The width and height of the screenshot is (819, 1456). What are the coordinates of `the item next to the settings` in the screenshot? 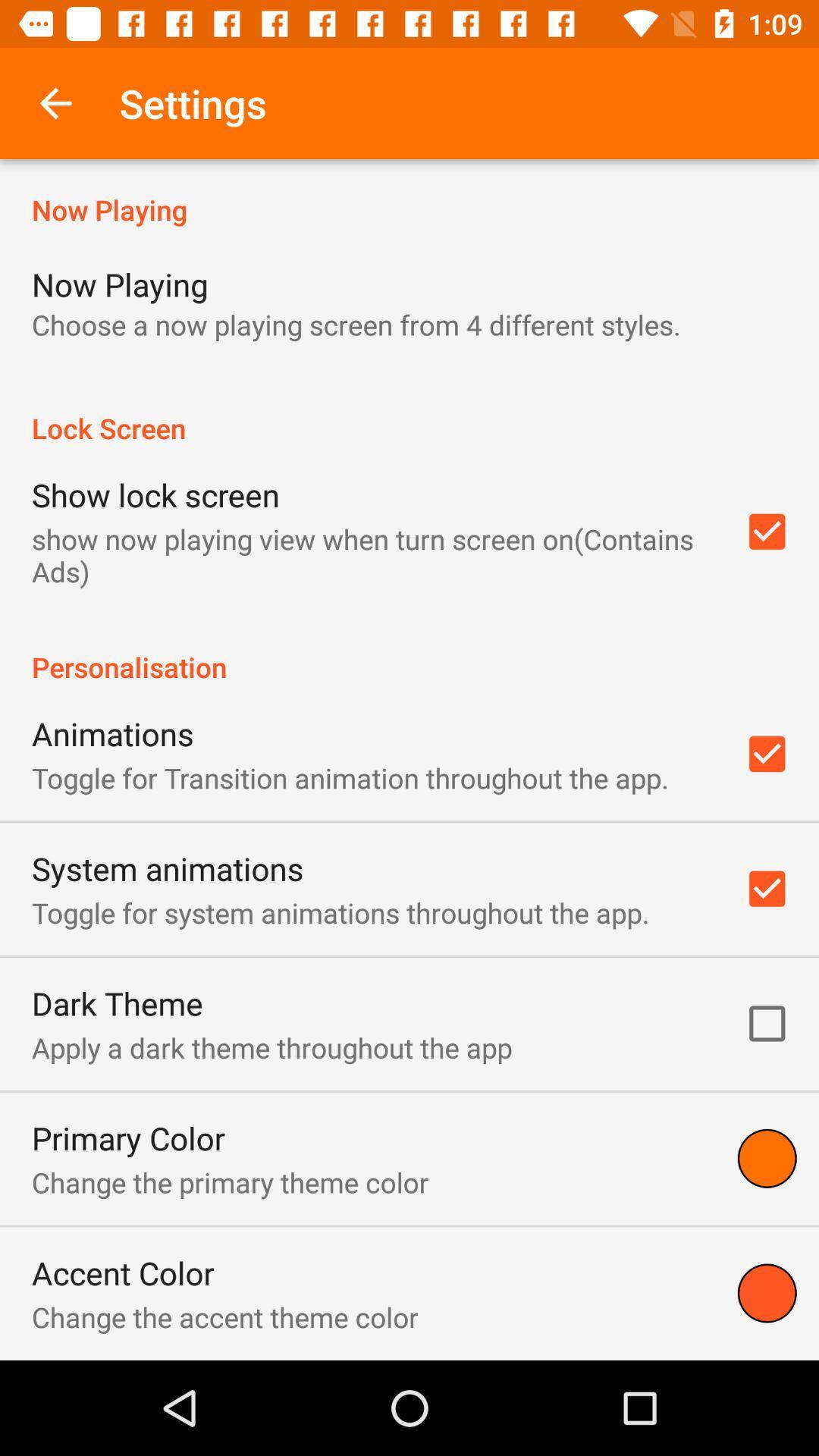 It's located at (55, 102).